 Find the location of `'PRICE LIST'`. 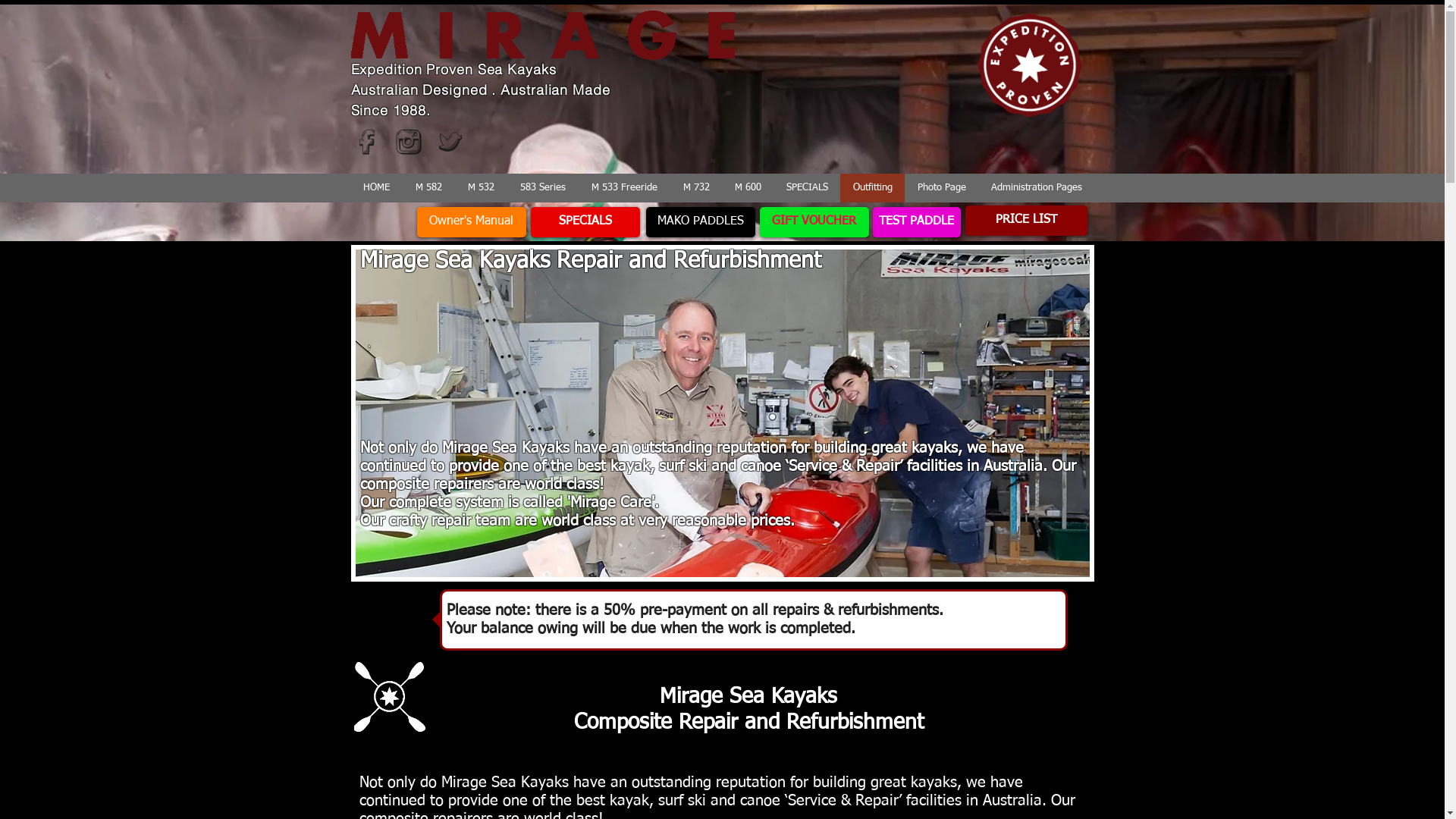

'PRICE LIST' is located at coordinates (1025, 220).